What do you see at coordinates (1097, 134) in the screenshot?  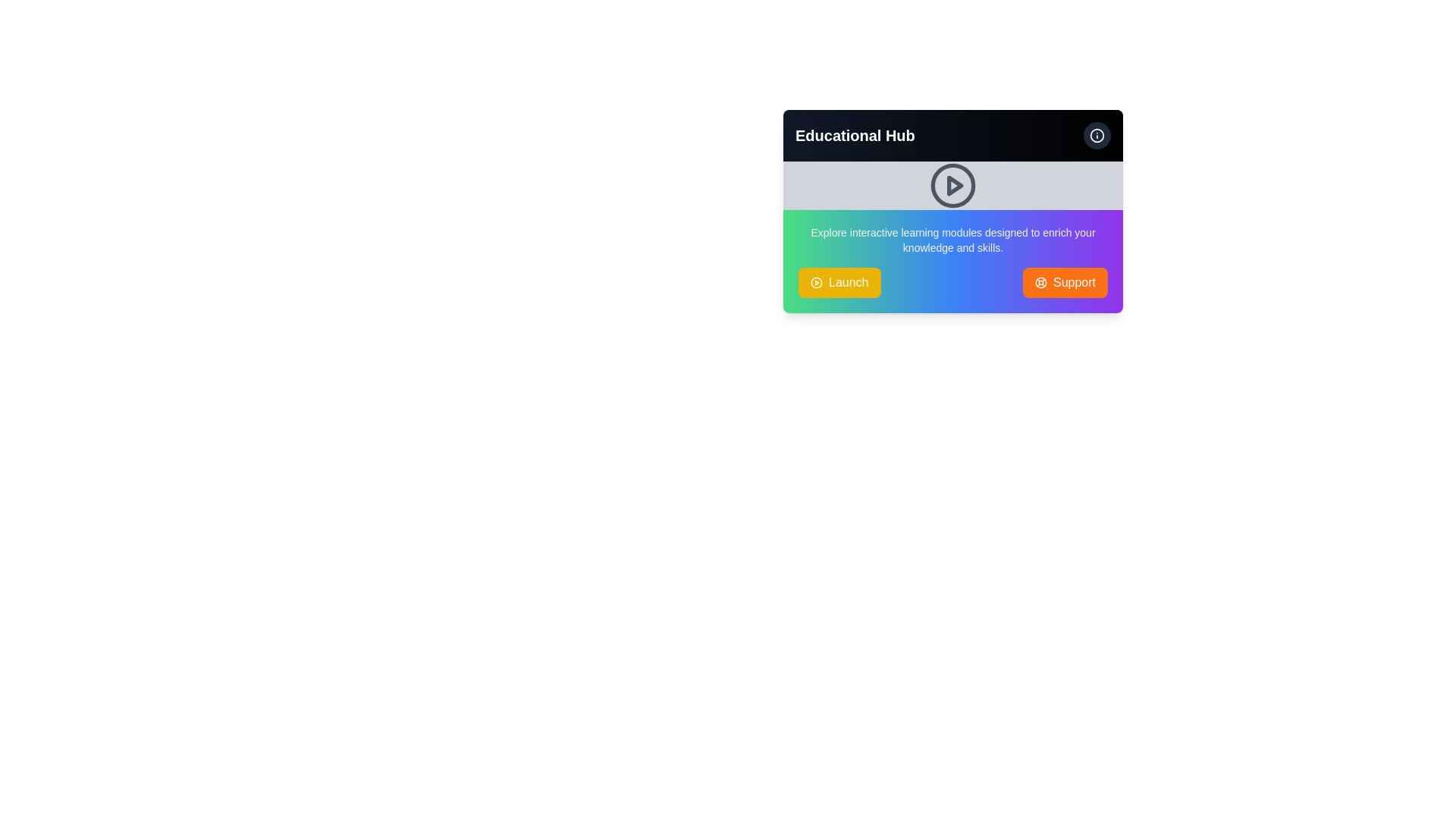 I see `the circular icon button with a white border located in the top-right corner of the 'Educational Hub' card` at bounding box center [1097, 134].